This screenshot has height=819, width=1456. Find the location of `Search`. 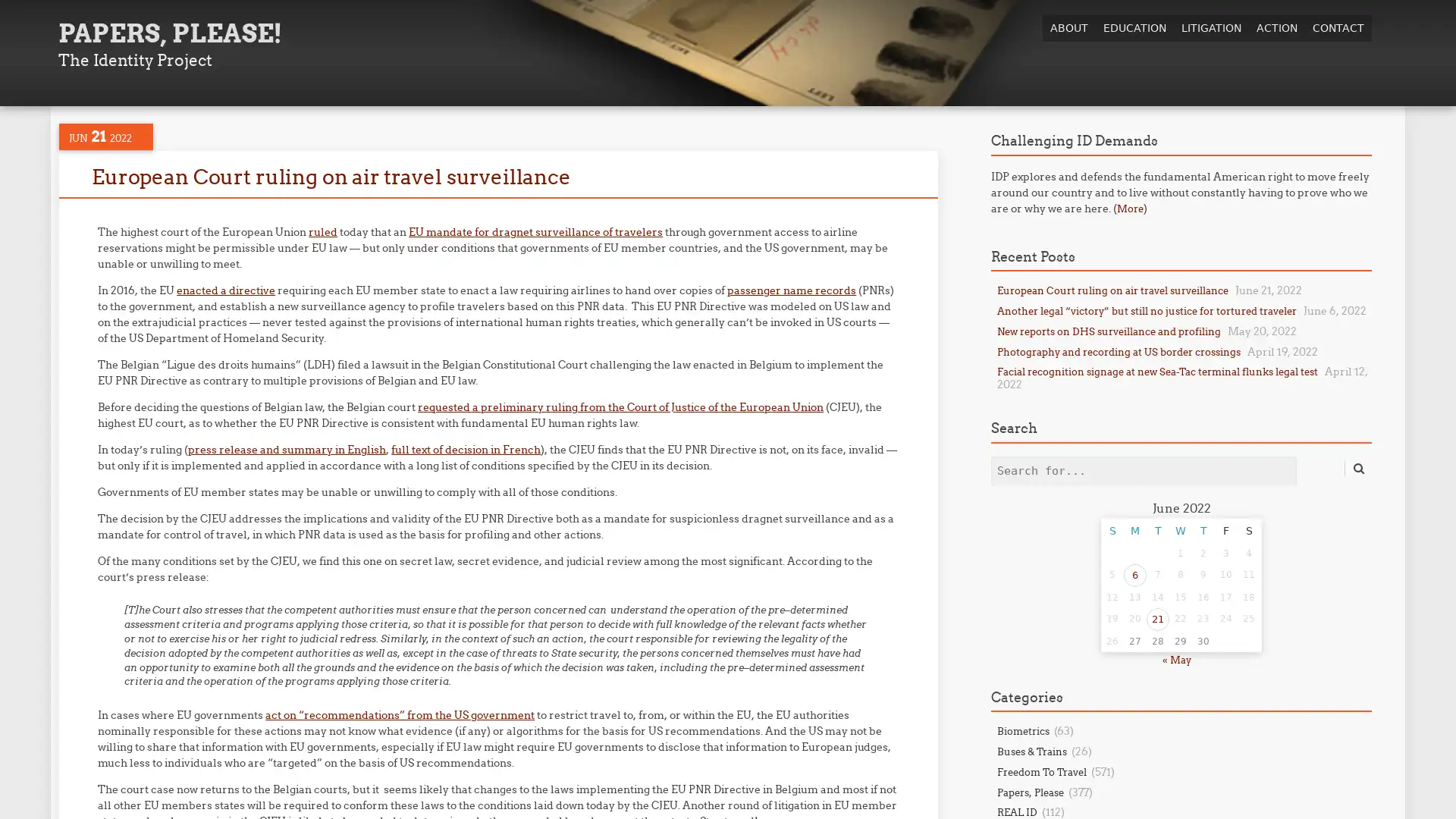

Search is located at coordinates (1357, 467).